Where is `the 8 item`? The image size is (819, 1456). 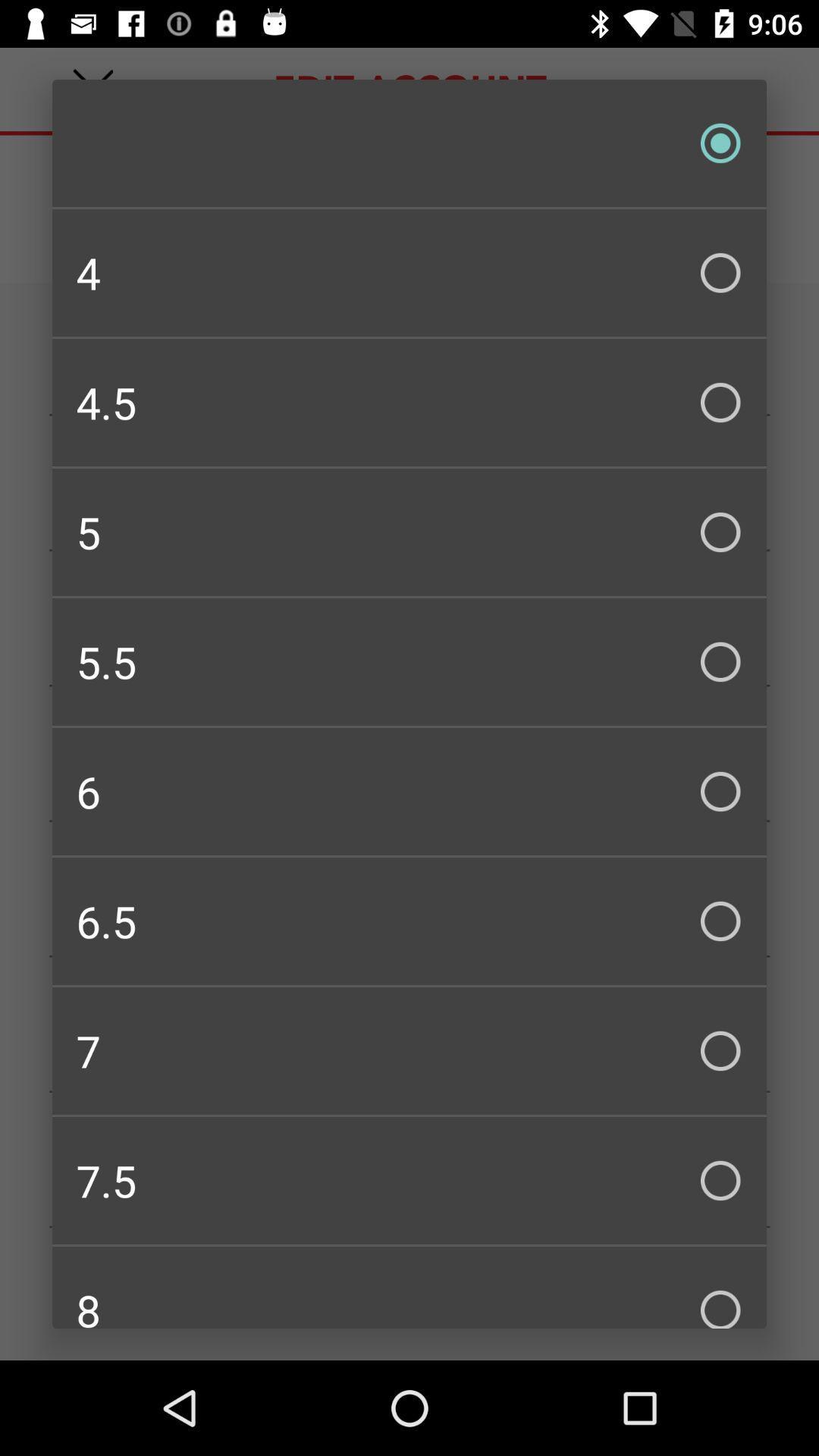 the 8 item is located at coordinates (409, 1287).